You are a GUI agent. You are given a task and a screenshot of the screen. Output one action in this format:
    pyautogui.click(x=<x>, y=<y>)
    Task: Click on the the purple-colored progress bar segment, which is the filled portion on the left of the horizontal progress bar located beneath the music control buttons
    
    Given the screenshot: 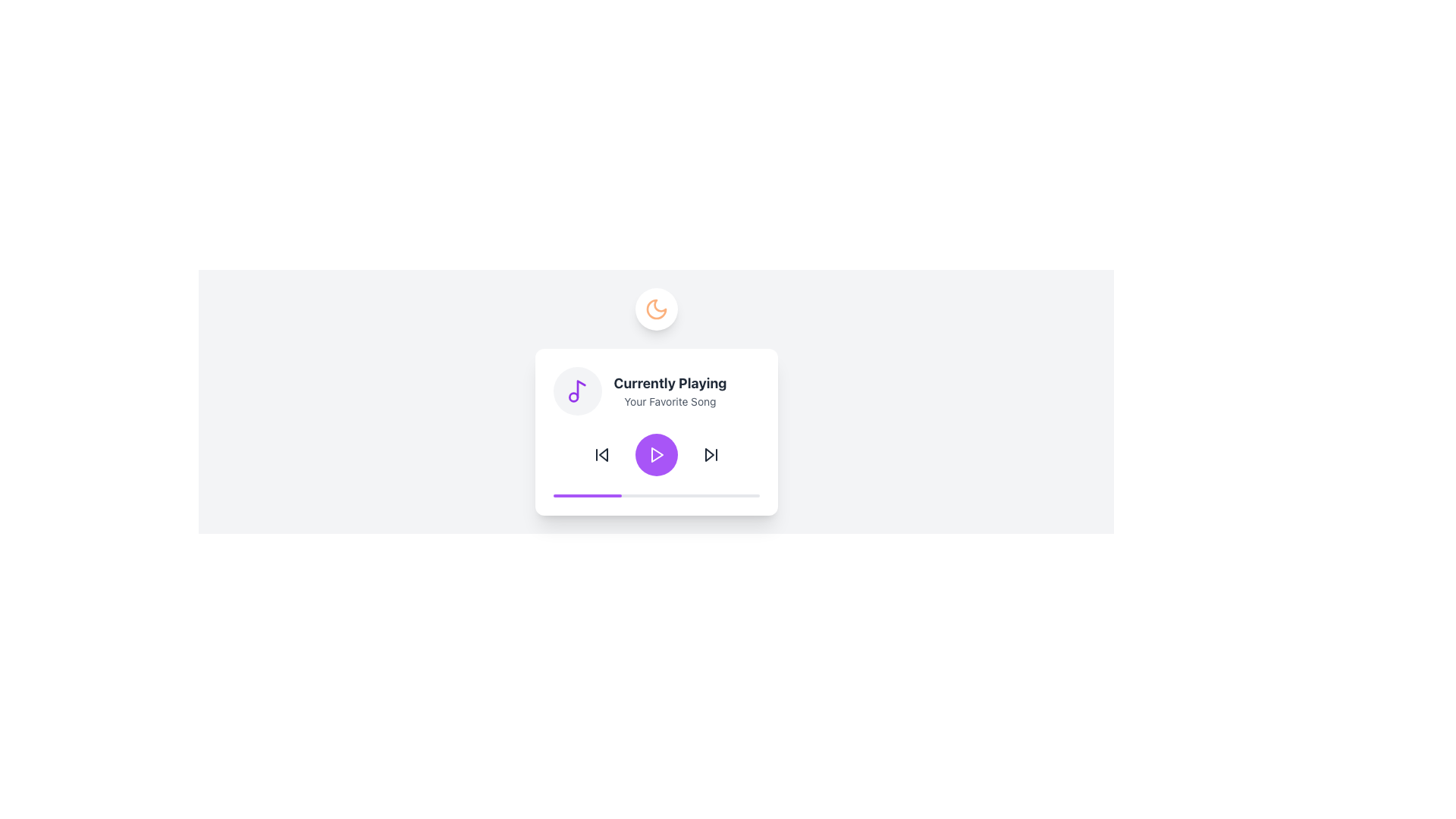 What is the action you would take?
    pyautogui.click(x=586, y=496)
    